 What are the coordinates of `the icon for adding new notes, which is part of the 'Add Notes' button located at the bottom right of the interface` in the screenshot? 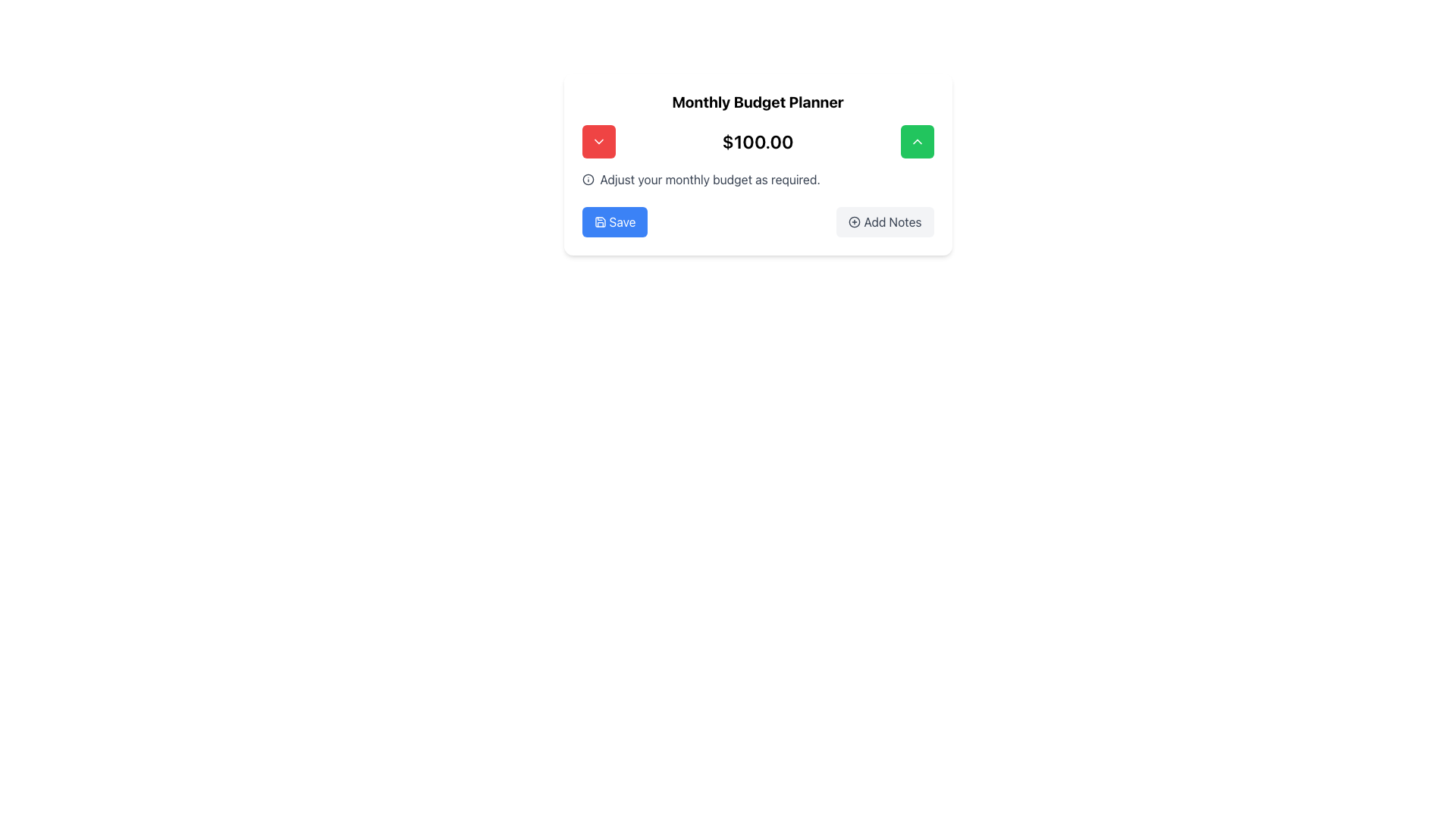 It's located at (855, 222).